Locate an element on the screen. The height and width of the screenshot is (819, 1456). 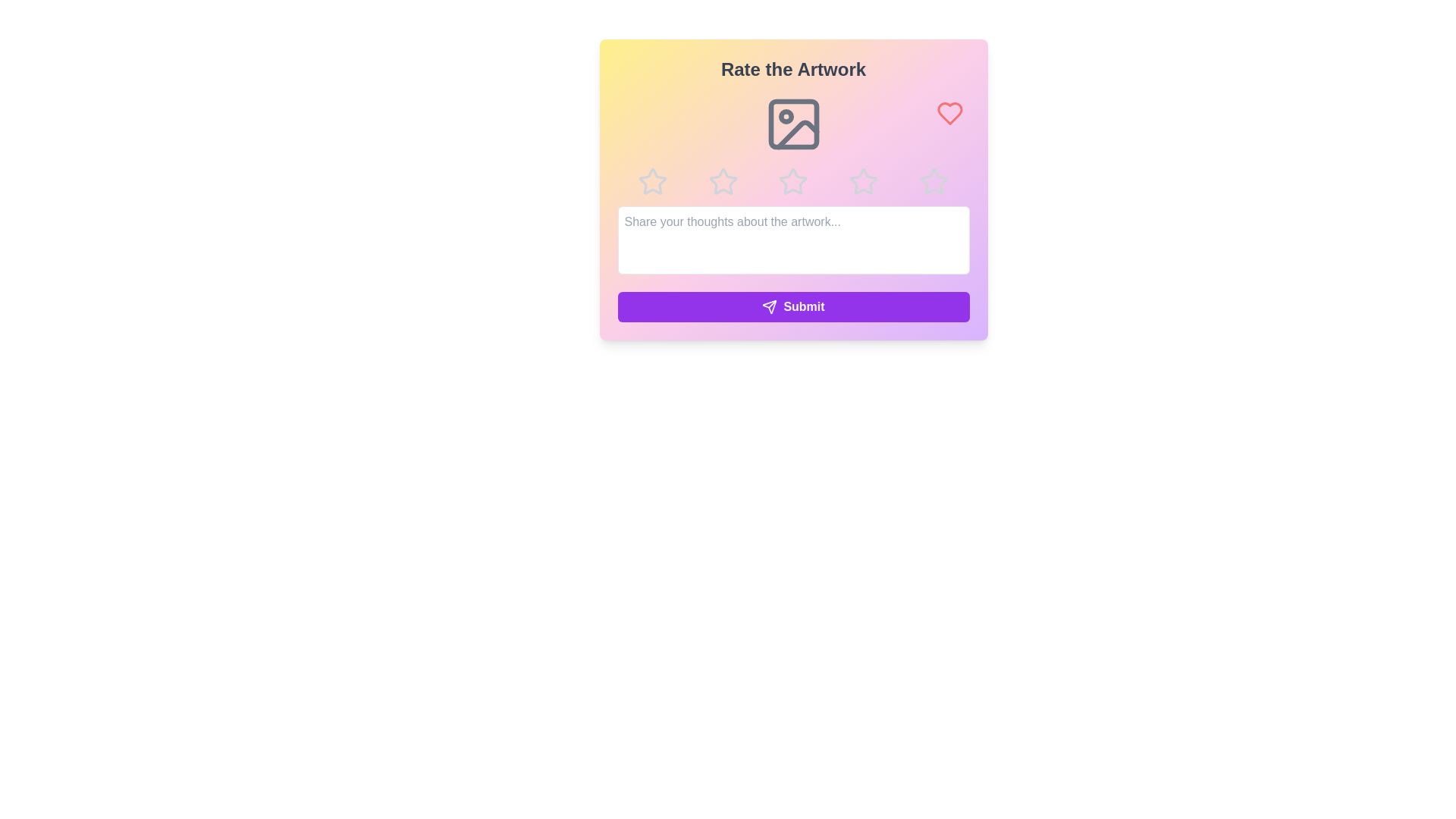
the rating to 2 stars by clicking on the corresponding star icon is located at coordinates (722, 180).